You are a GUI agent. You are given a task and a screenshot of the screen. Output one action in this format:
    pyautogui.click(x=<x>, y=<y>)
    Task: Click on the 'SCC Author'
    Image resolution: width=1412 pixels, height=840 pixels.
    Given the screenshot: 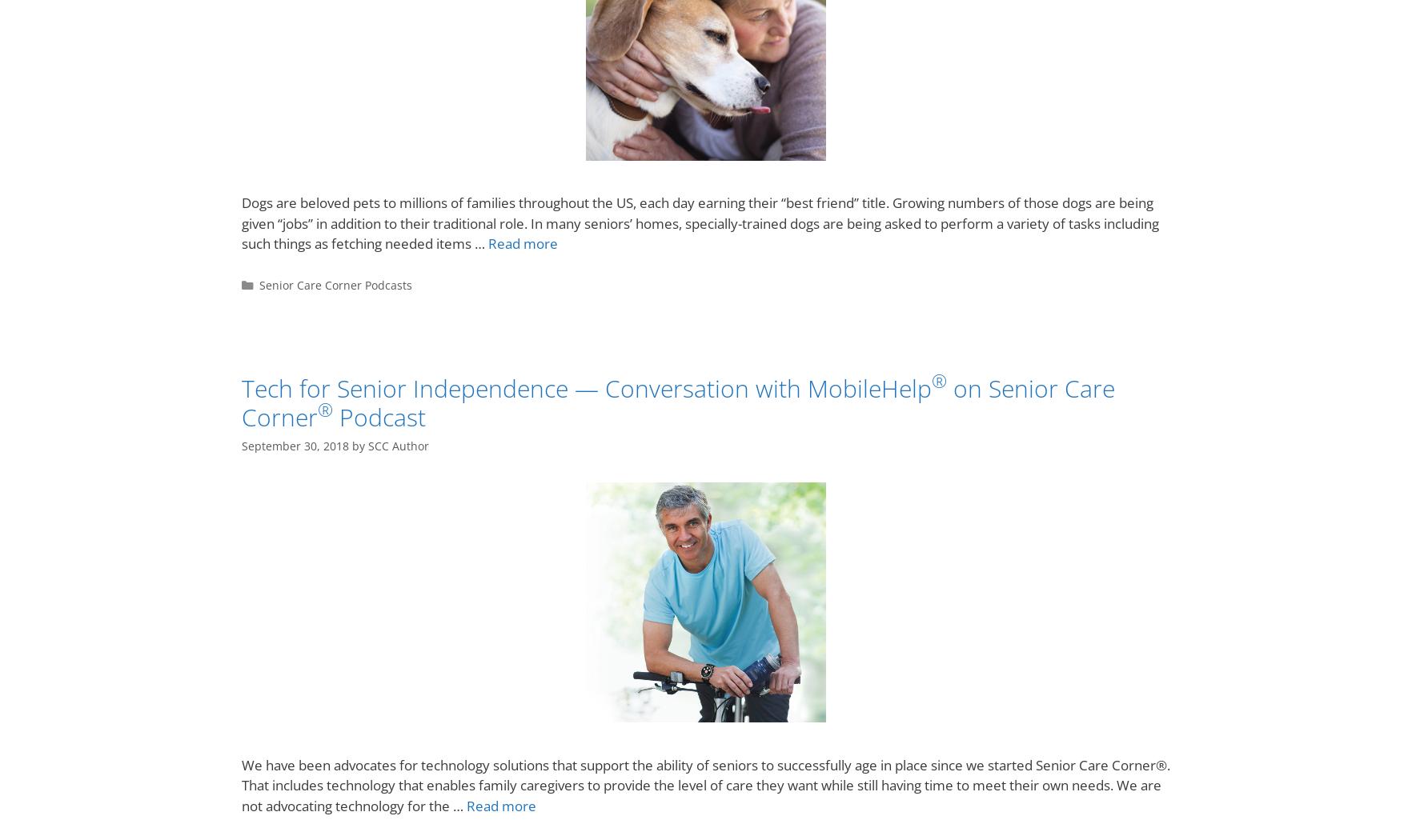 What is the action you would take?
    pyautogui.click(x=398, y=446)
    